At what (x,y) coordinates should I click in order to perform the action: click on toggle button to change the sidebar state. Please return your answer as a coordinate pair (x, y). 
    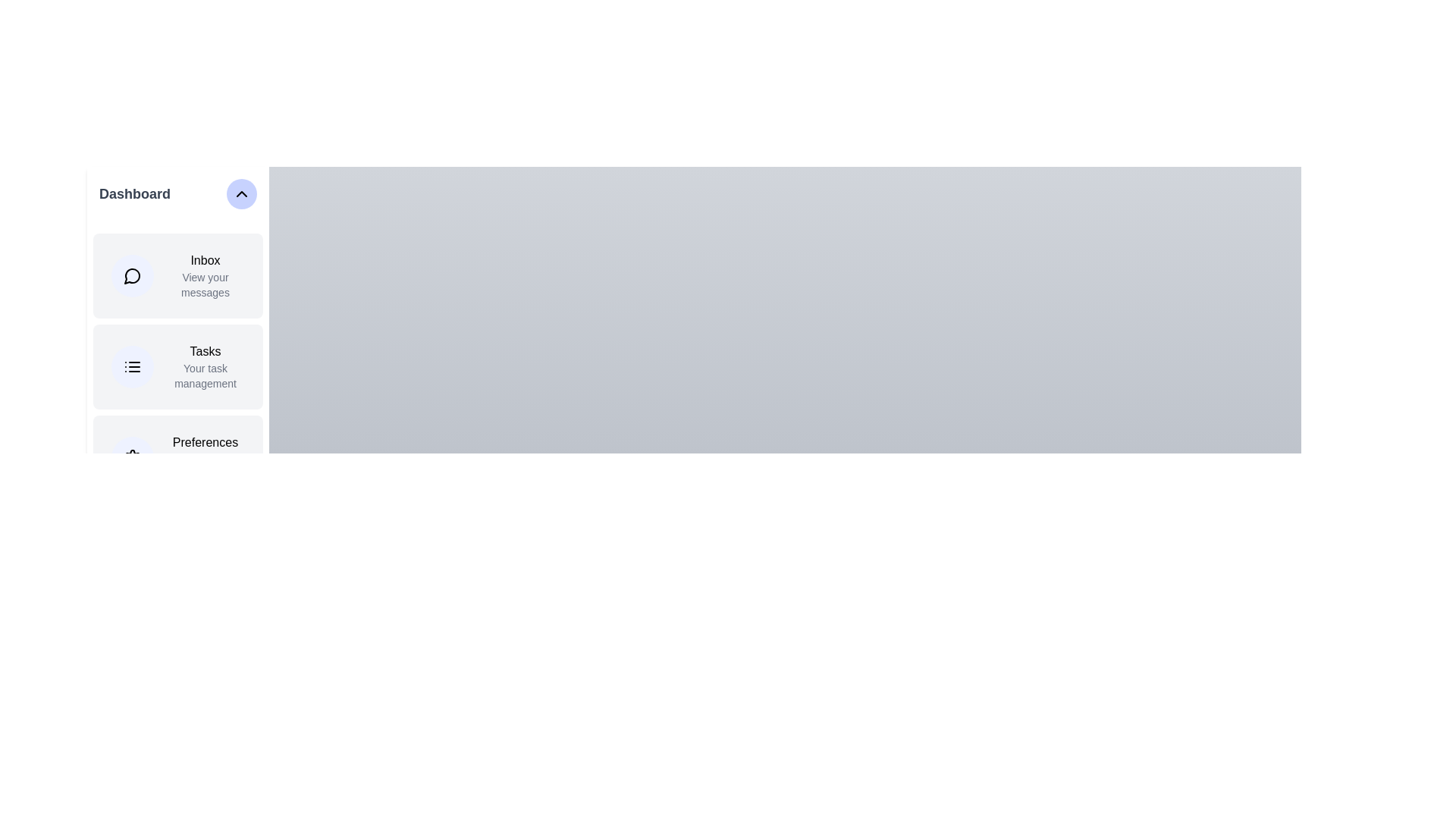
    Looking at the image, I should click on (240, 193).